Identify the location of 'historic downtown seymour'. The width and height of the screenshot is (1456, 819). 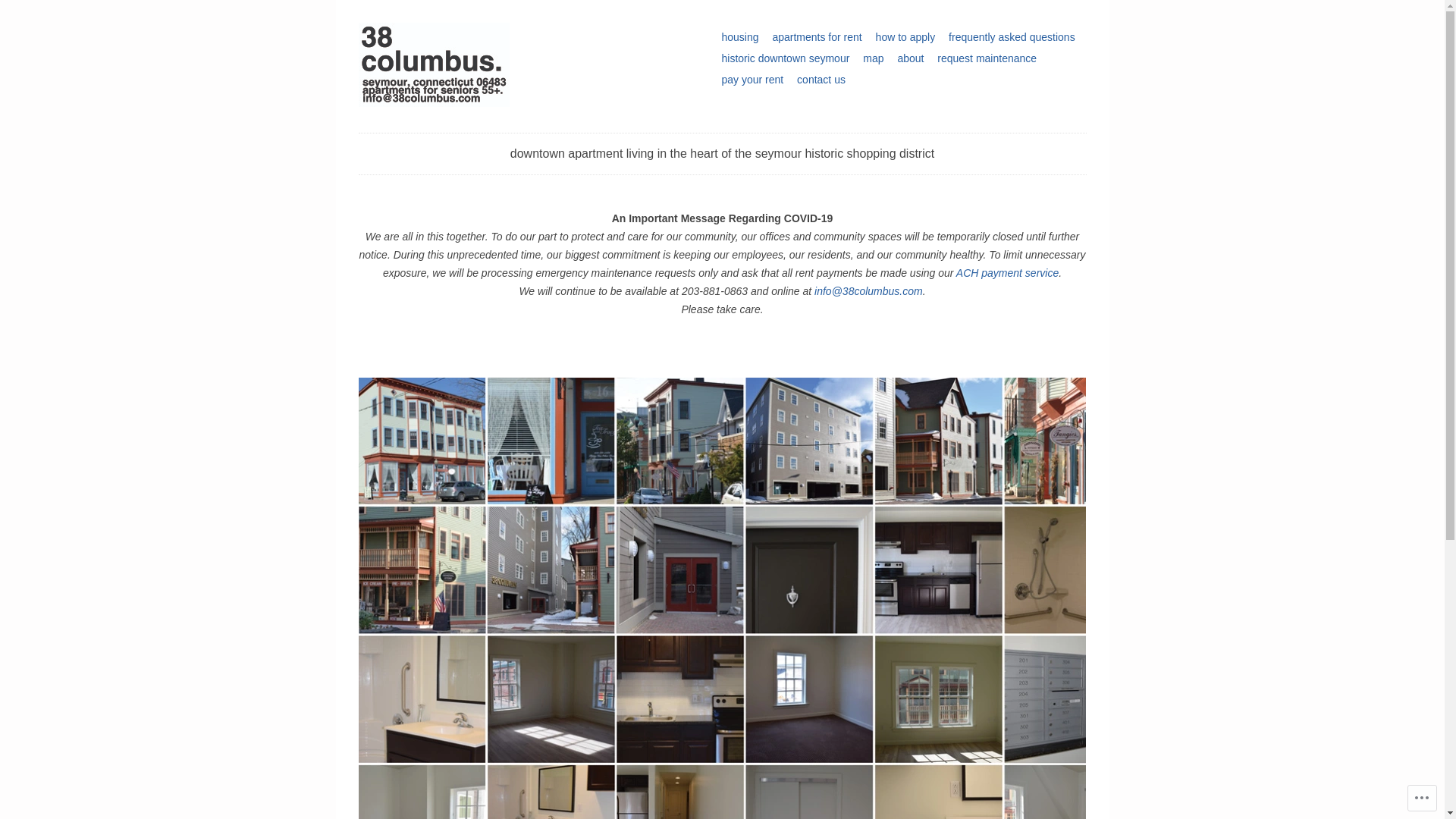
(715, 58).